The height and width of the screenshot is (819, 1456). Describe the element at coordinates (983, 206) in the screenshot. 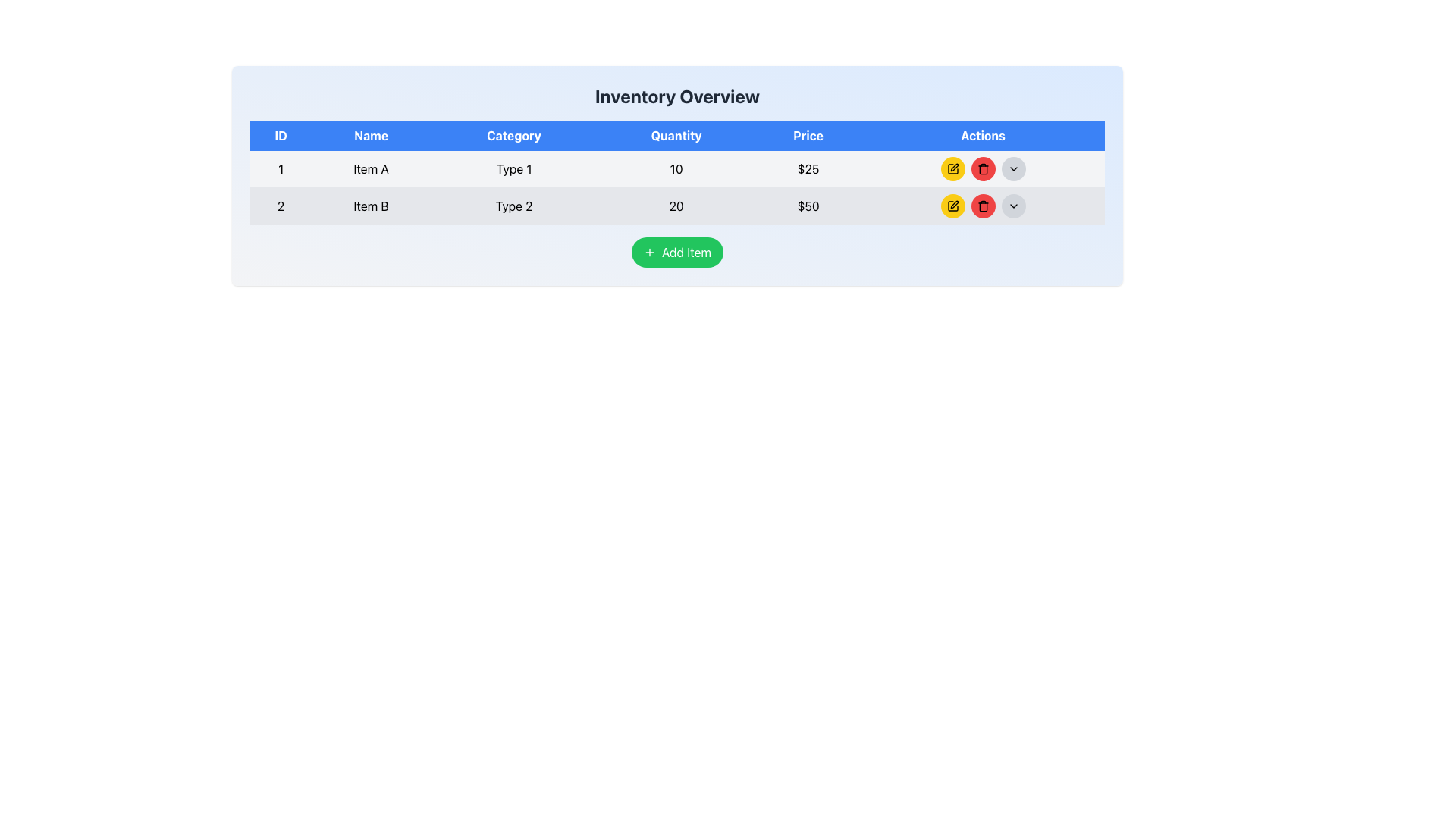

I see `the small trashcan icon with a red background located within the rounded button in the second row of the 'Actions' column` at that location.